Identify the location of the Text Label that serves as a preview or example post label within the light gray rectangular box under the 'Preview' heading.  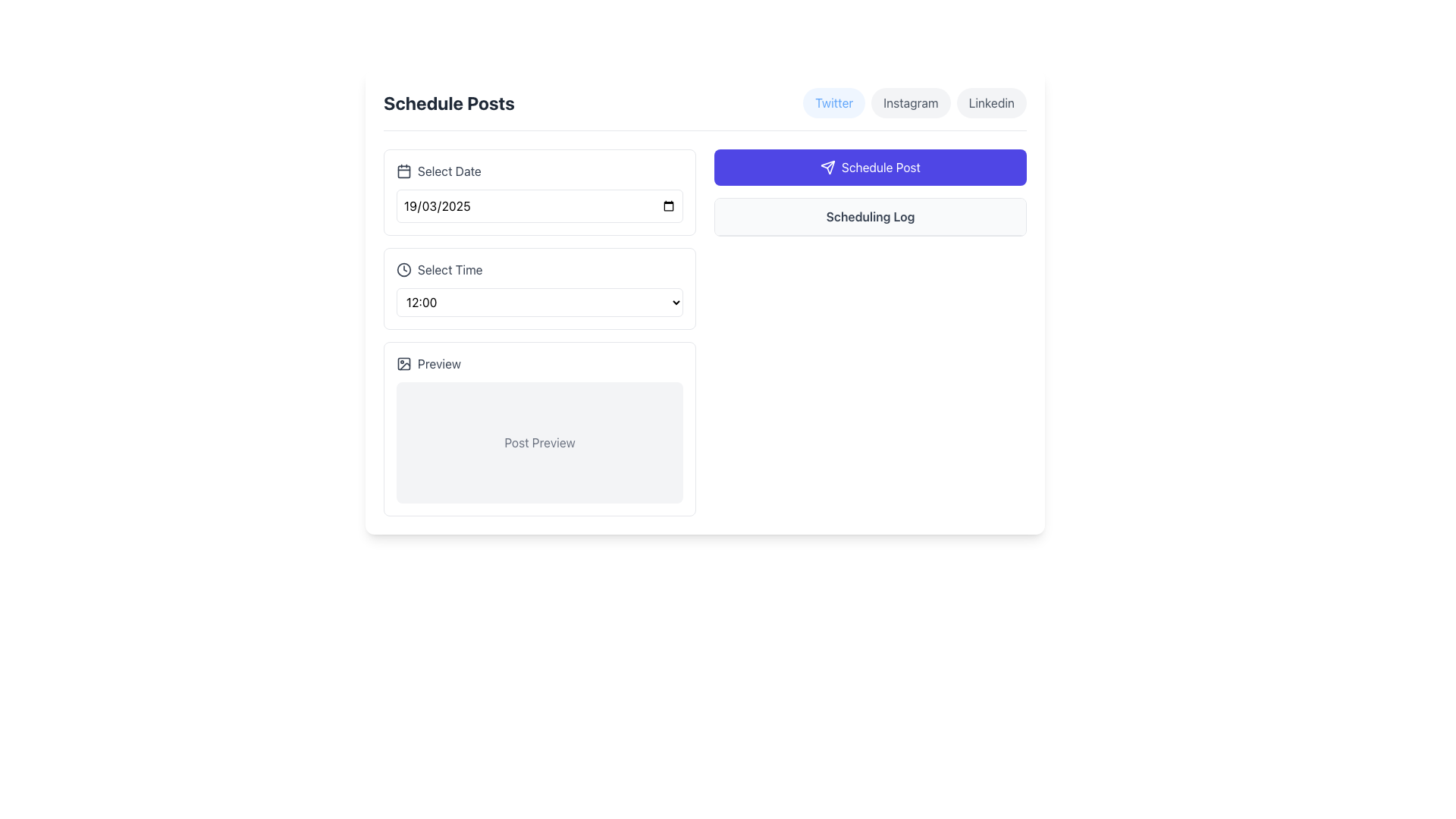
(539, 442).